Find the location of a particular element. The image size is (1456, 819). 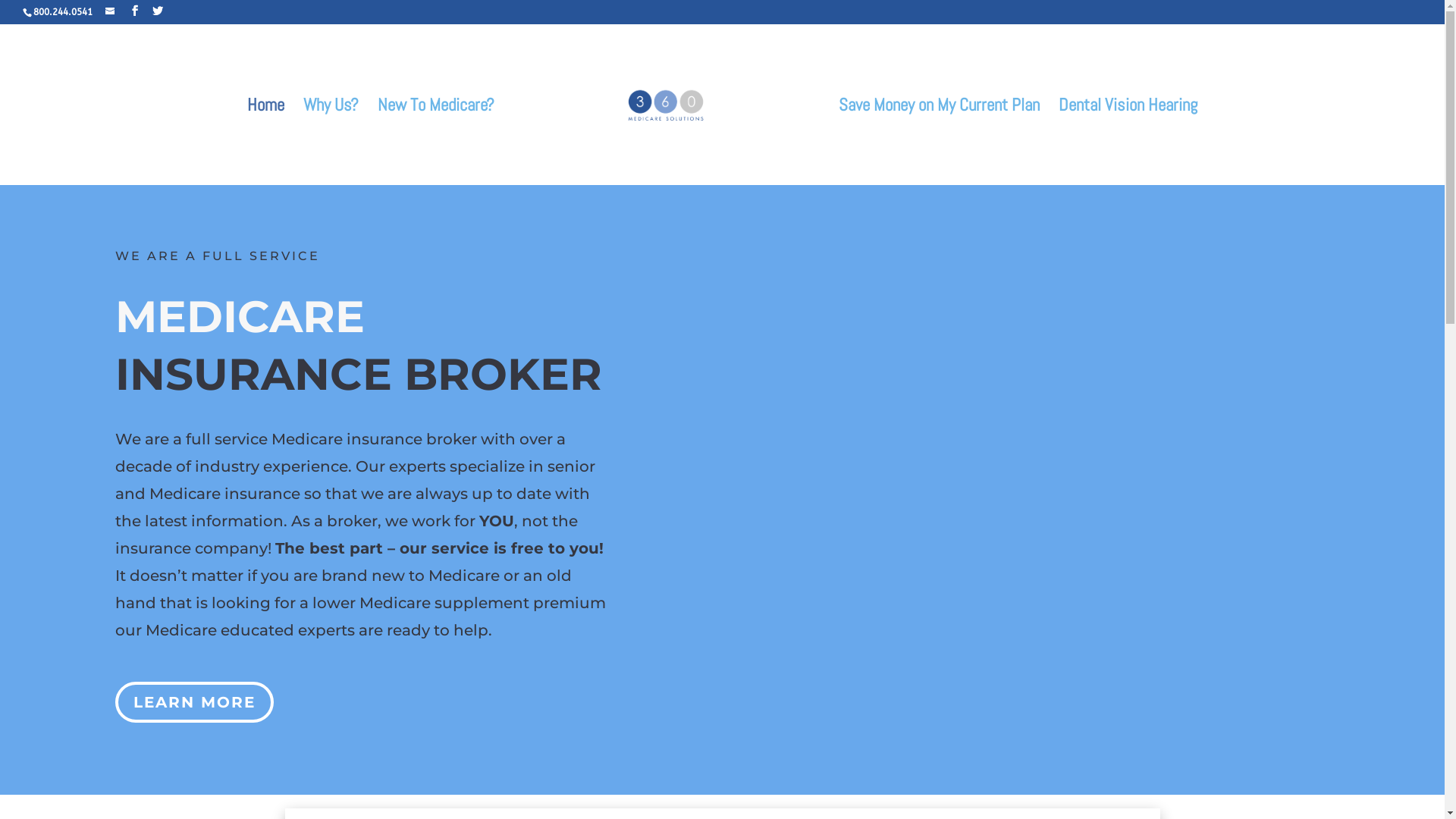

'LEARN MORE' is located at coordinates (193, 701).